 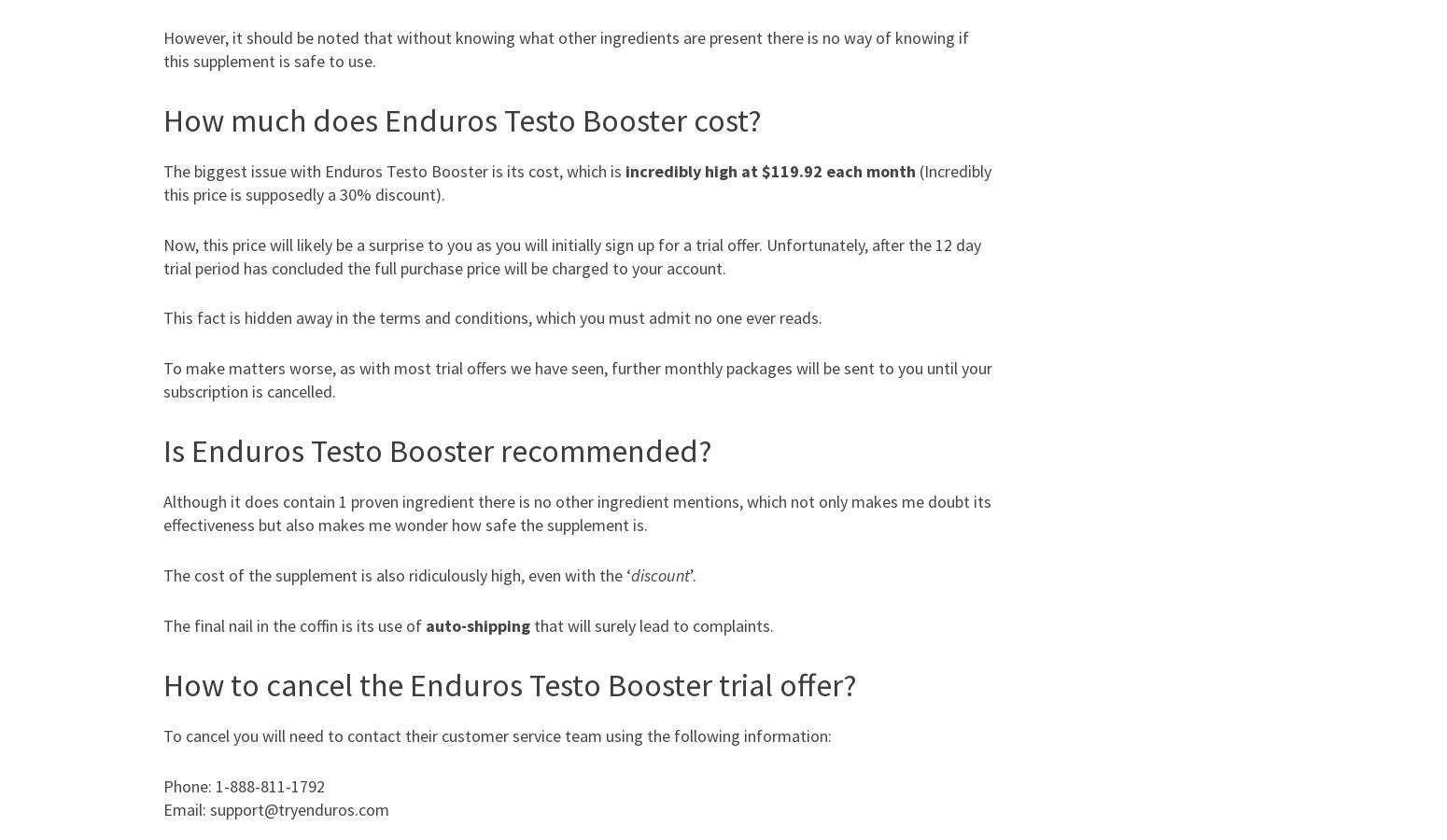 What do you see at coordinates (1210, 94) in the screenshot?
I see `'Viktoria Kay'` at bounding box center [1210, 94].